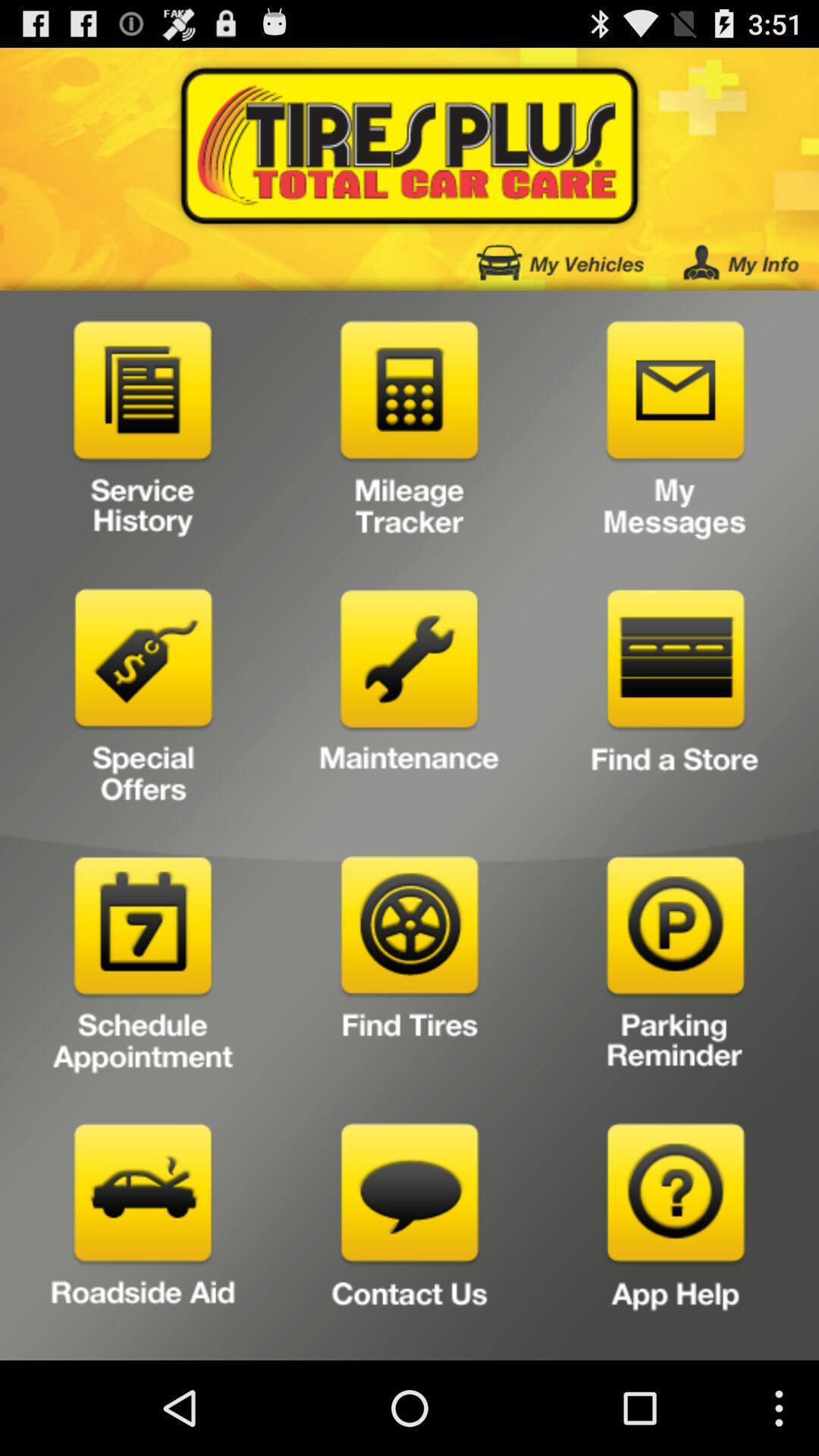  What do you see at coordinates (143, 1236) in the screenshot?
I see `icon at the bottom left corner` at bounding box center [143, 1236].